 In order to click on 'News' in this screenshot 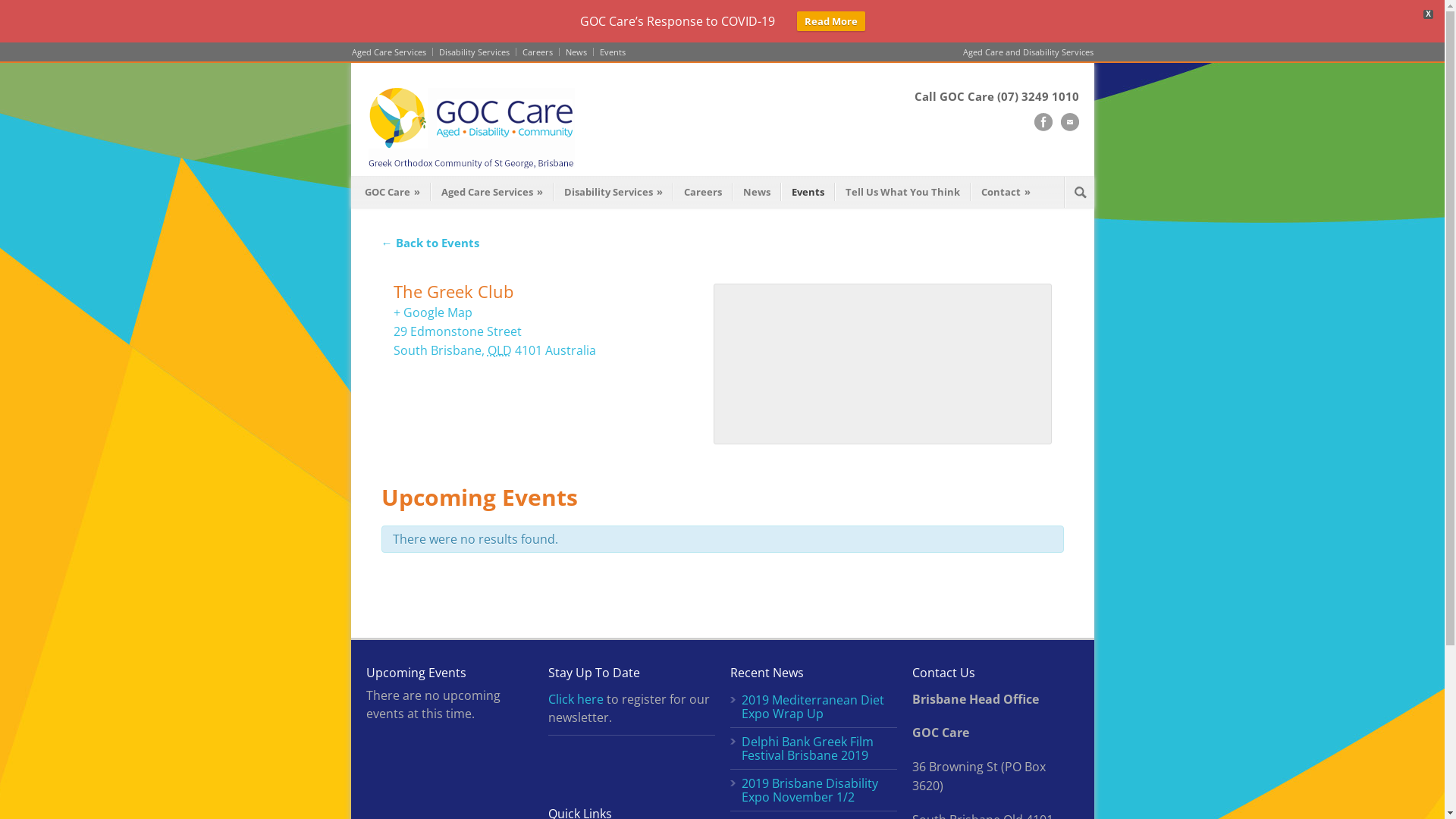, I will do `click(757, 191)`.